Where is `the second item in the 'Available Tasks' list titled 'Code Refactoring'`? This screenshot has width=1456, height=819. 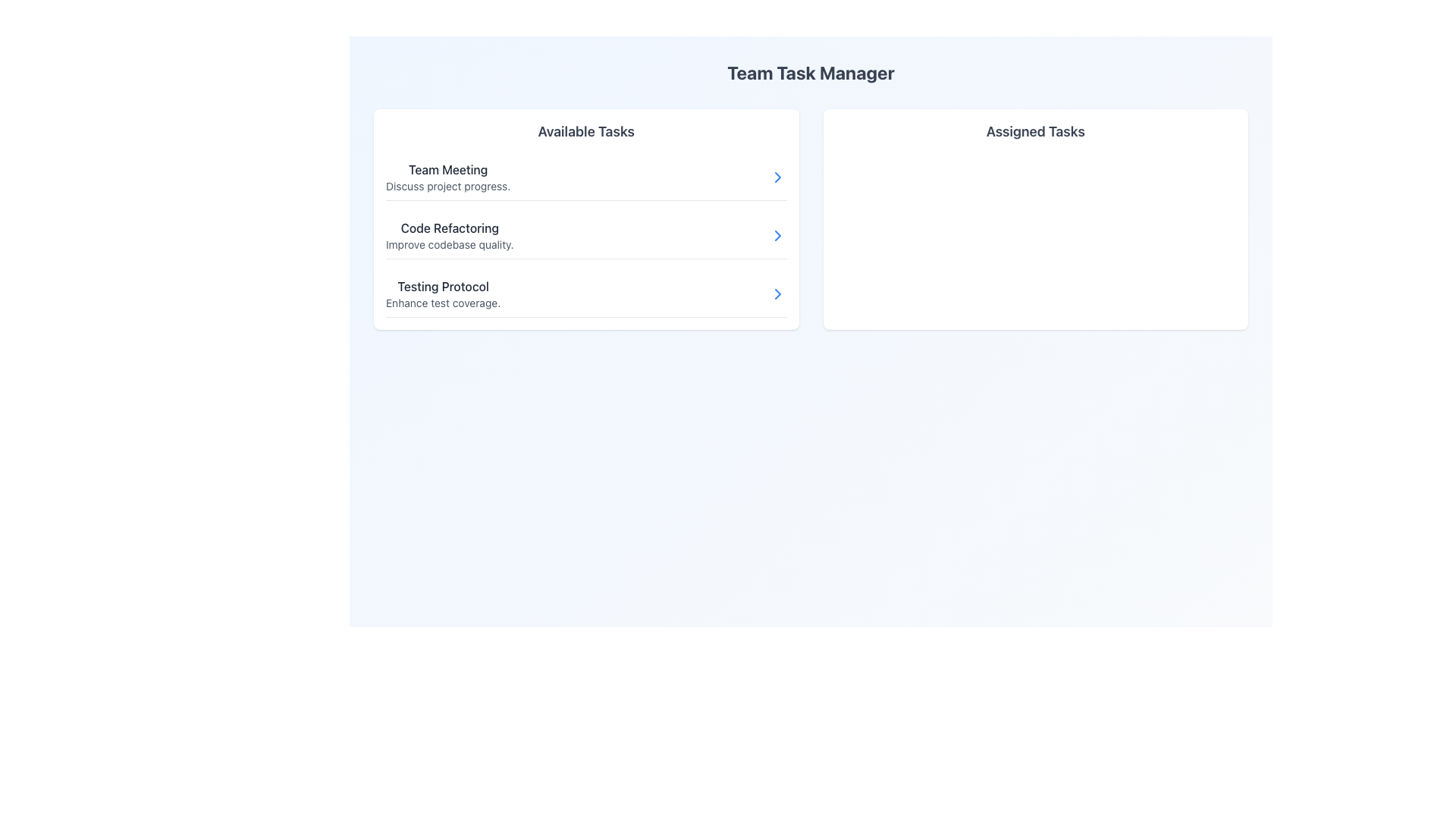 the second item in the 'Available Tasks' list titled 'Code Refactoring' is located at coordinates (585, 236).